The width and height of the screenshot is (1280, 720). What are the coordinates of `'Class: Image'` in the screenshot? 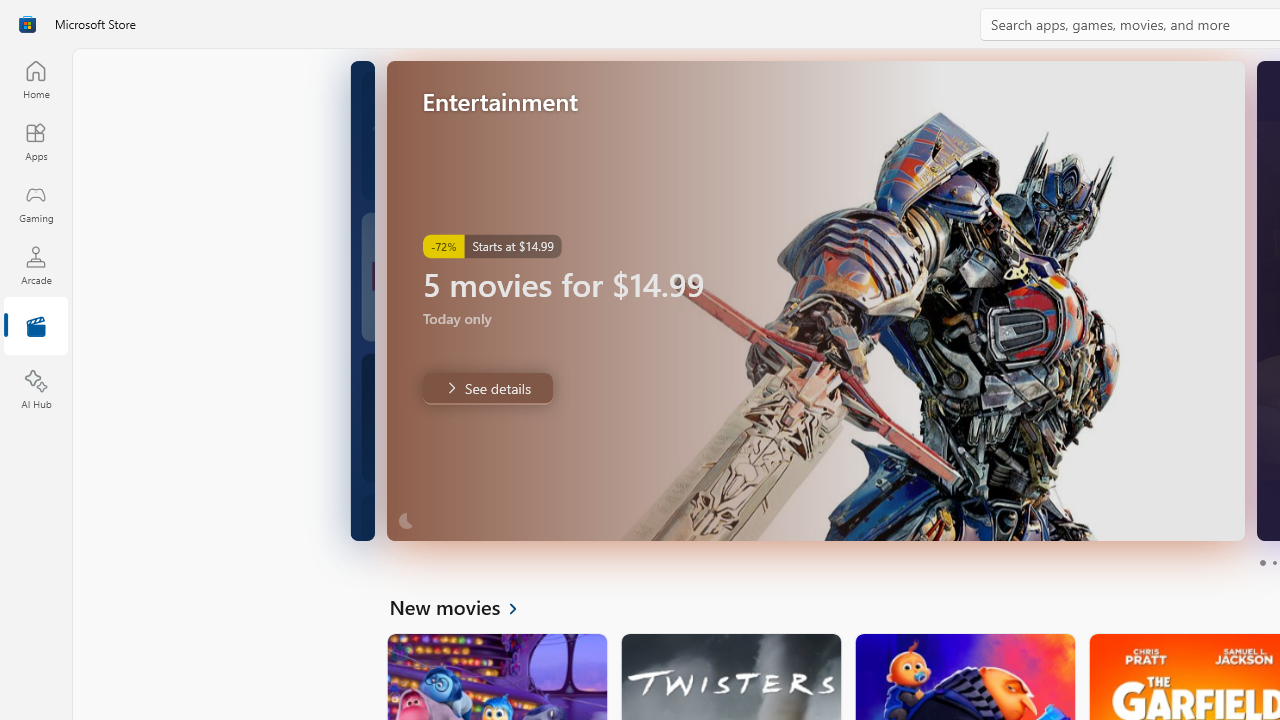 It's located at (27, 24).